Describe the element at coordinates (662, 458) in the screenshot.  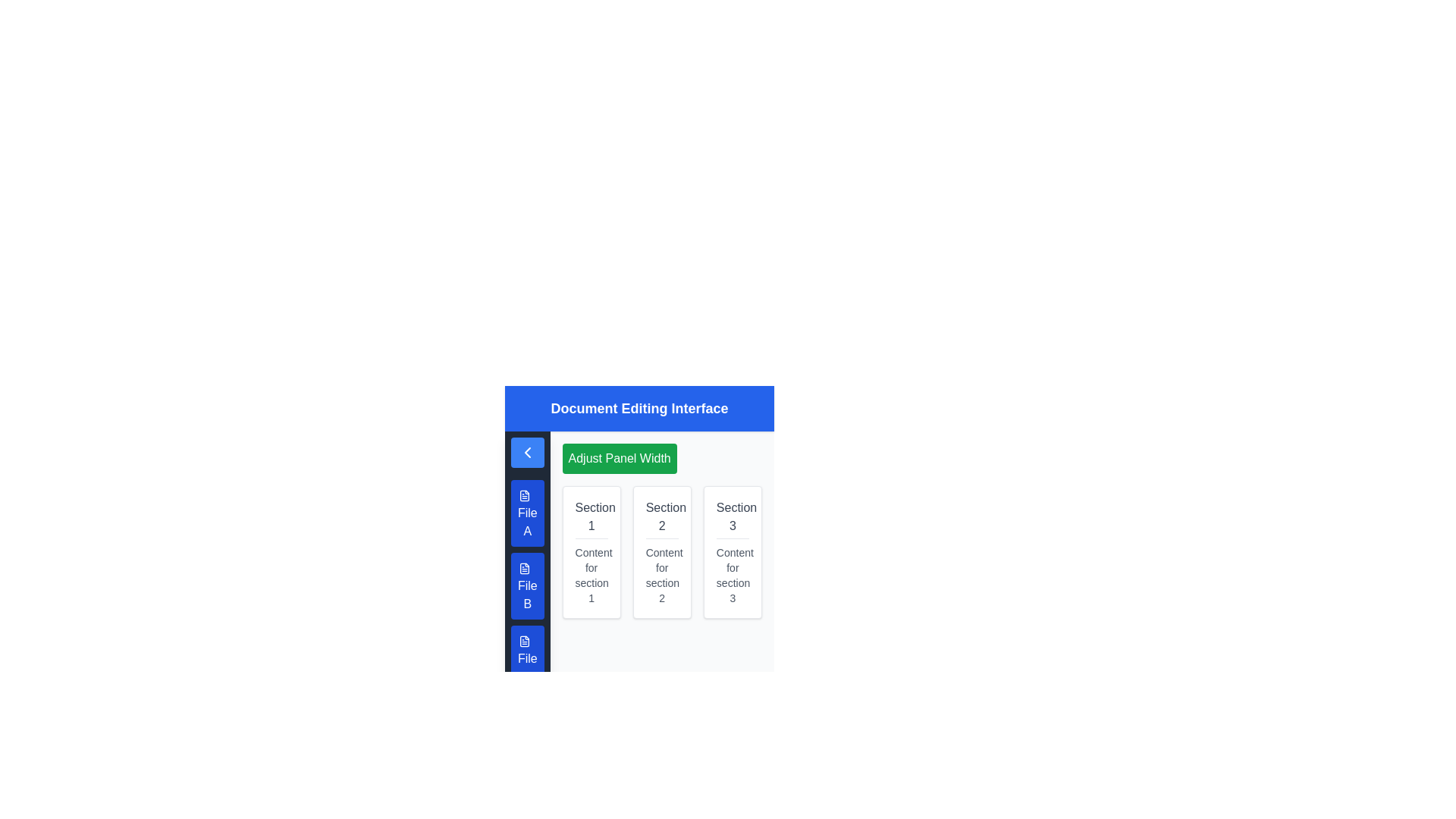
I see `the green rectangular button labeled 'Adjust Panel Width'` at that location.